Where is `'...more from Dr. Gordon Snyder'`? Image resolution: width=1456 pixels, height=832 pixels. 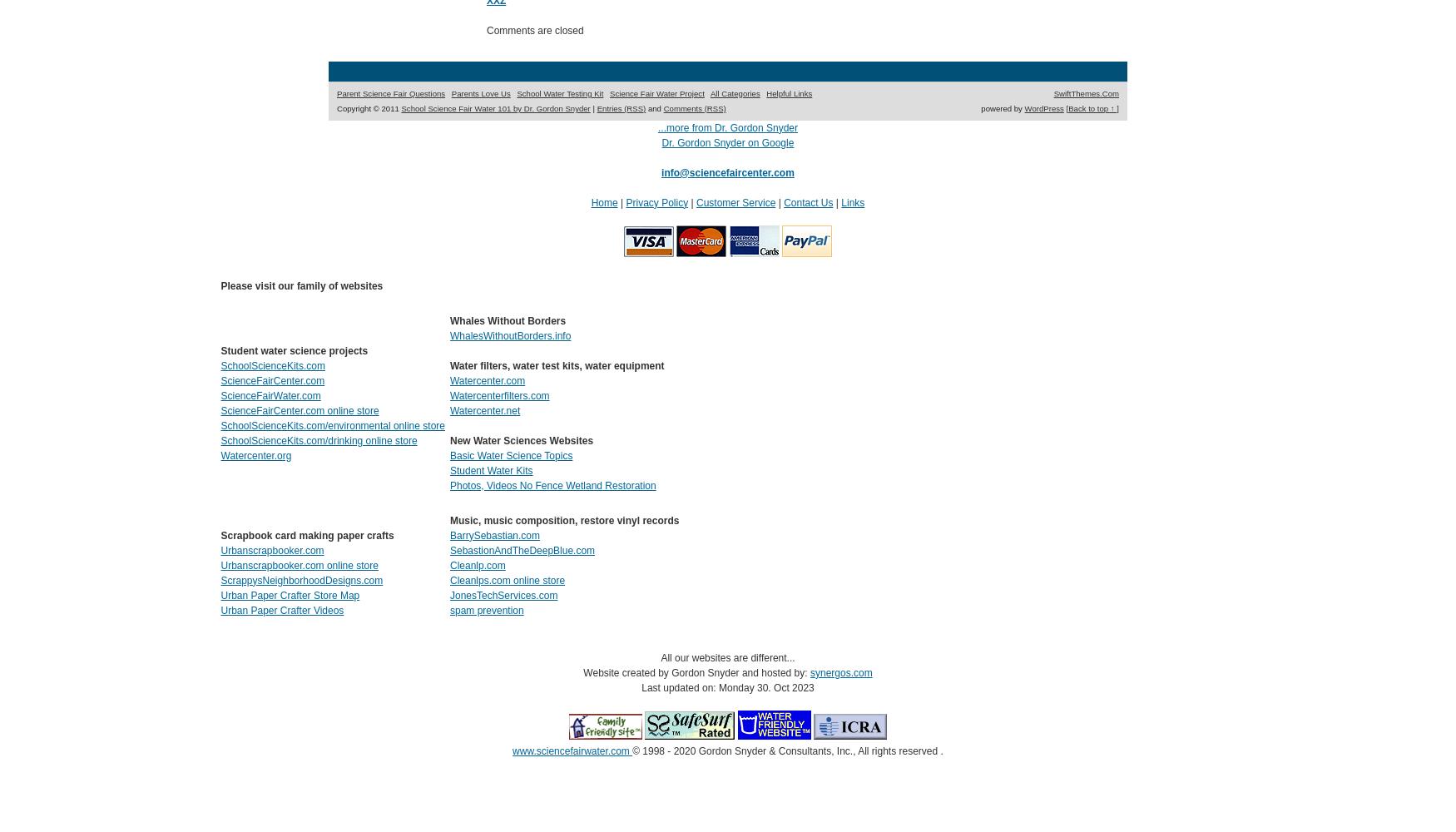 '...more from Dr. Gordon Snyder' is located at coordinates (727, 127).